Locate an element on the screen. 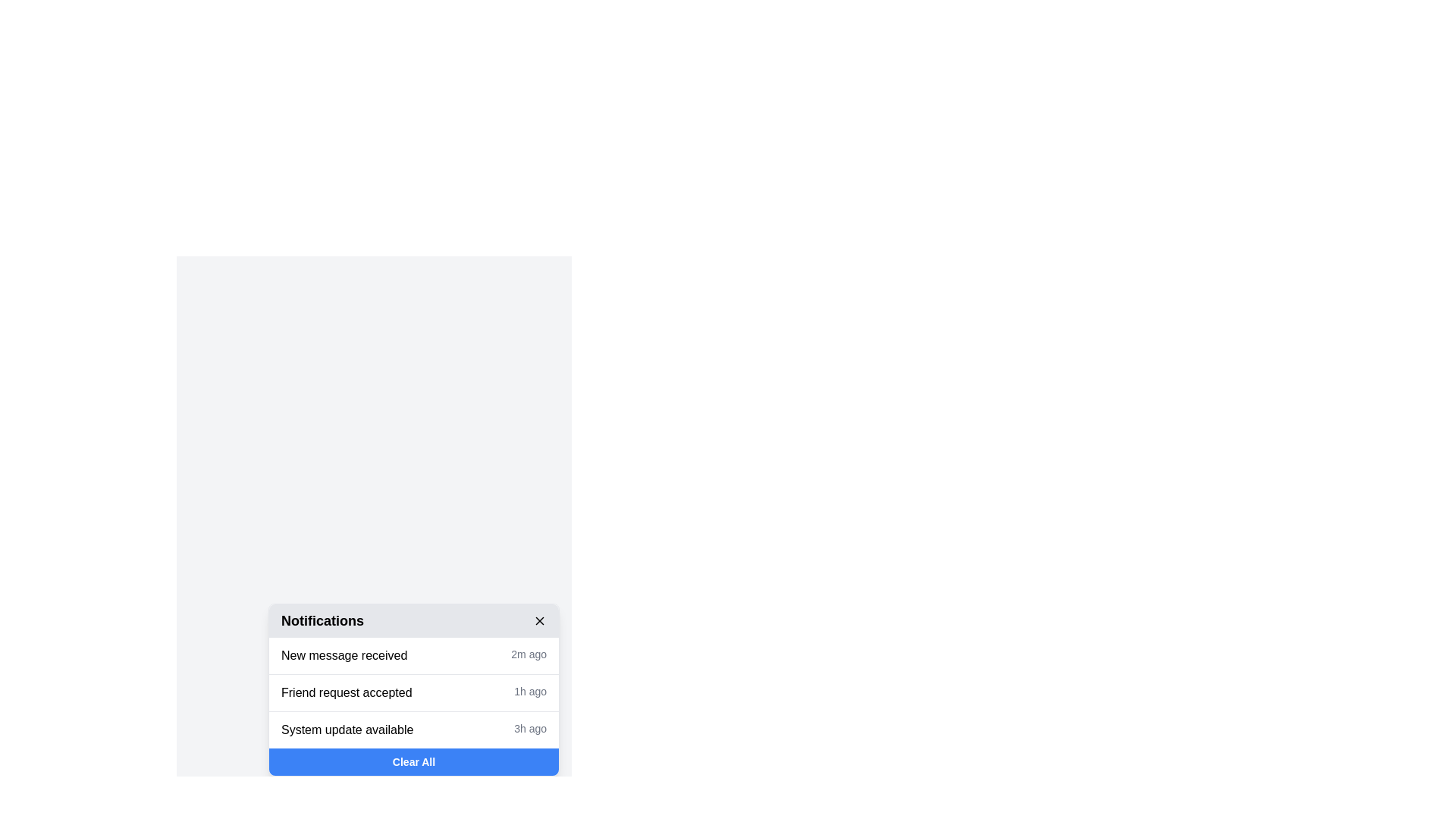  the notification list item indicating a friend request acceptance, which is the second item in the list is located at coordinates (414, 693).